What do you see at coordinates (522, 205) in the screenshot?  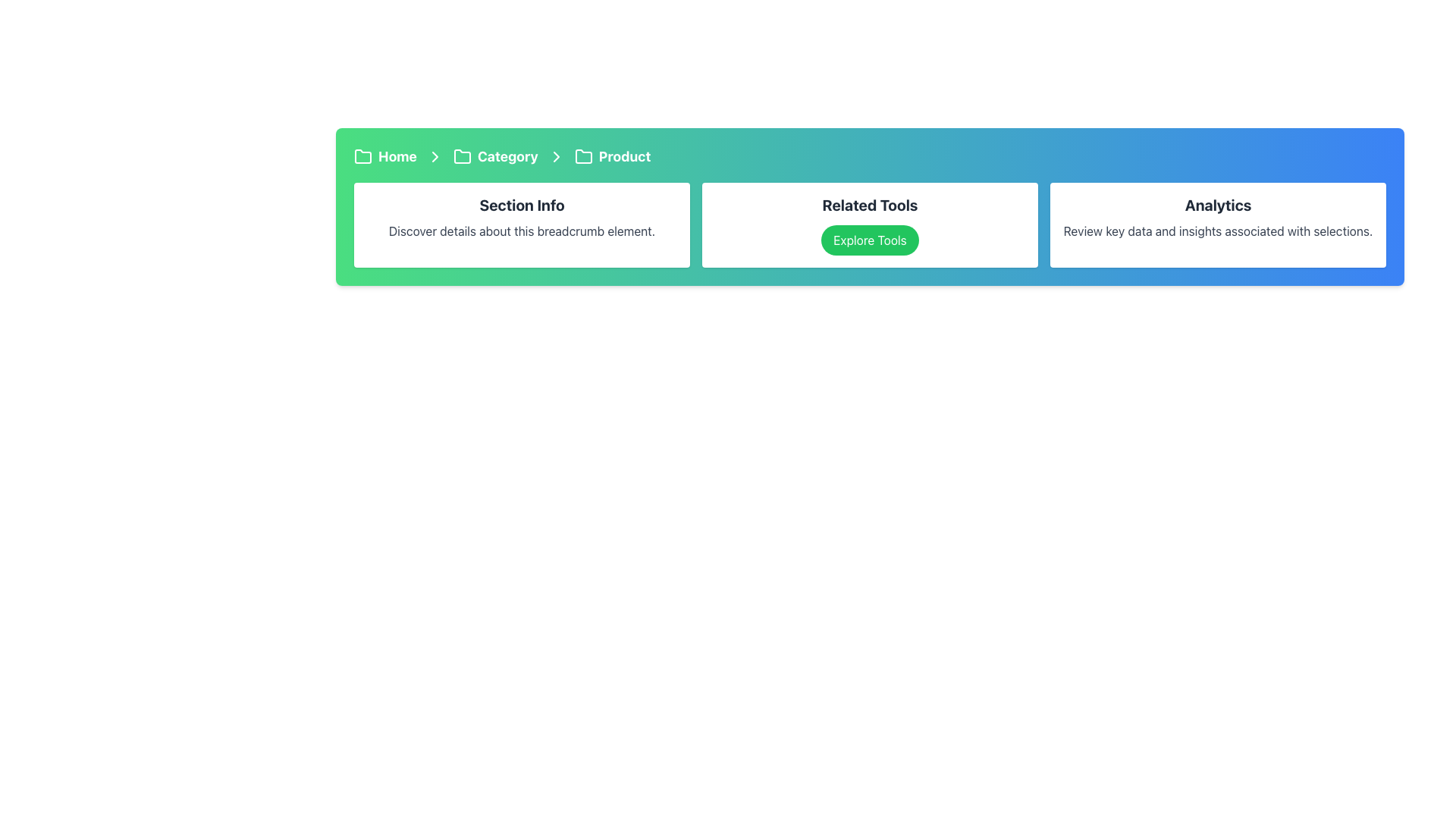 I see `text of the bold heading 'Section Info' which is prominently displayed at the top of the section with a dark font color` at bounding box center [522, 205].